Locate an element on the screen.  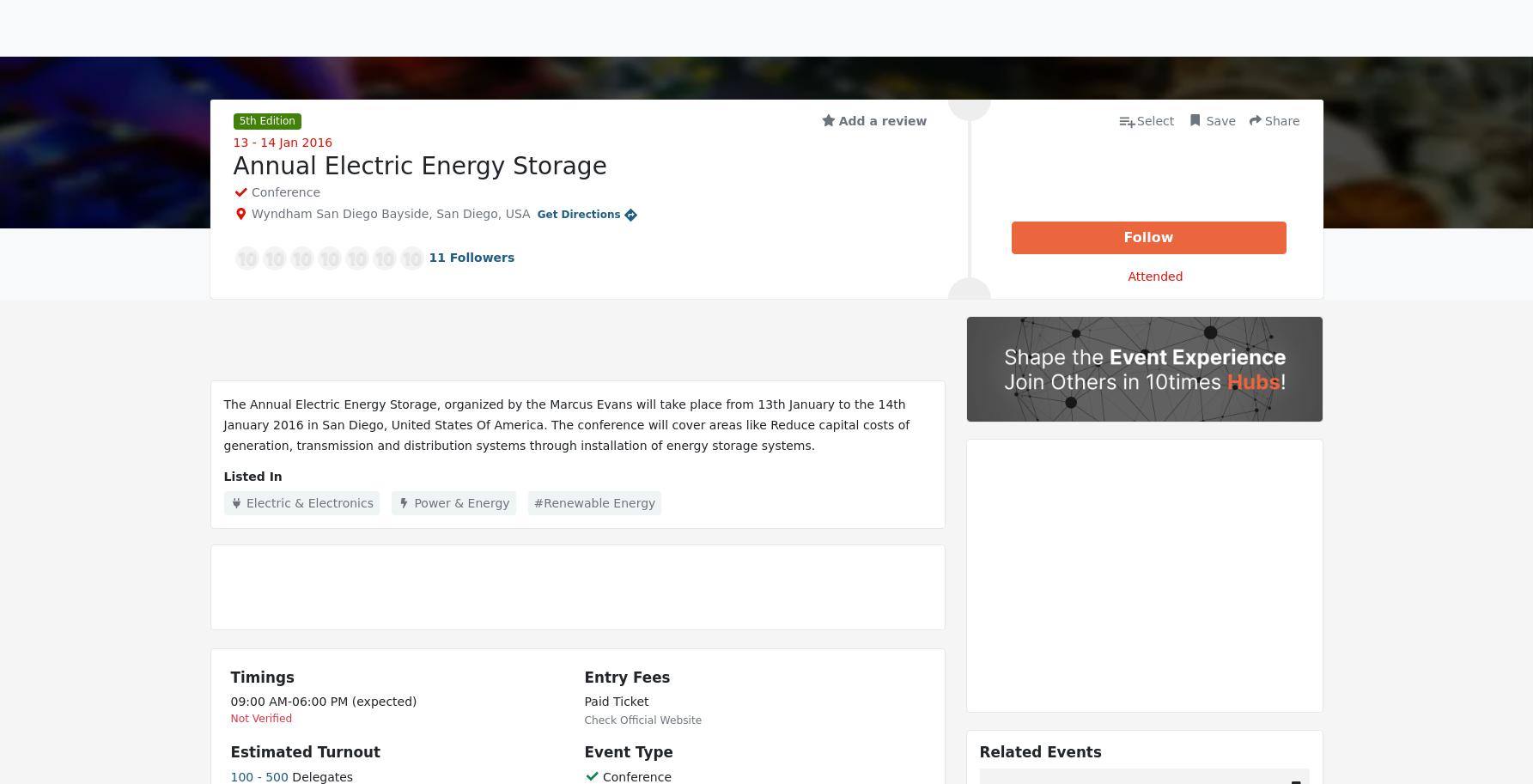
'Exhibitors' is located at coordinates (419, 78).